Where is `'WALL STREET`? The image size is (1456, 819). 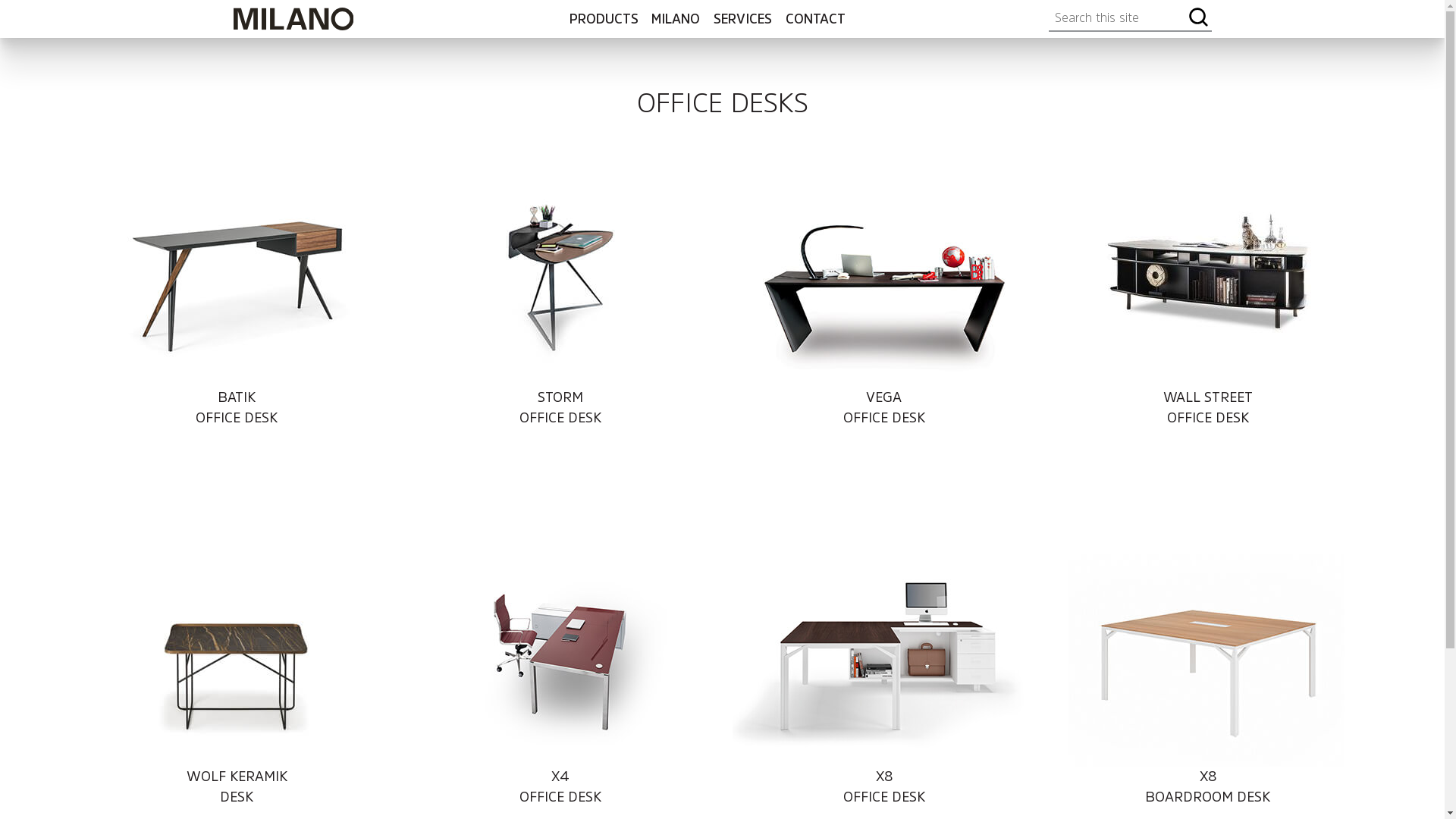
'WALL STREET is located at coordinates (1207, 311).